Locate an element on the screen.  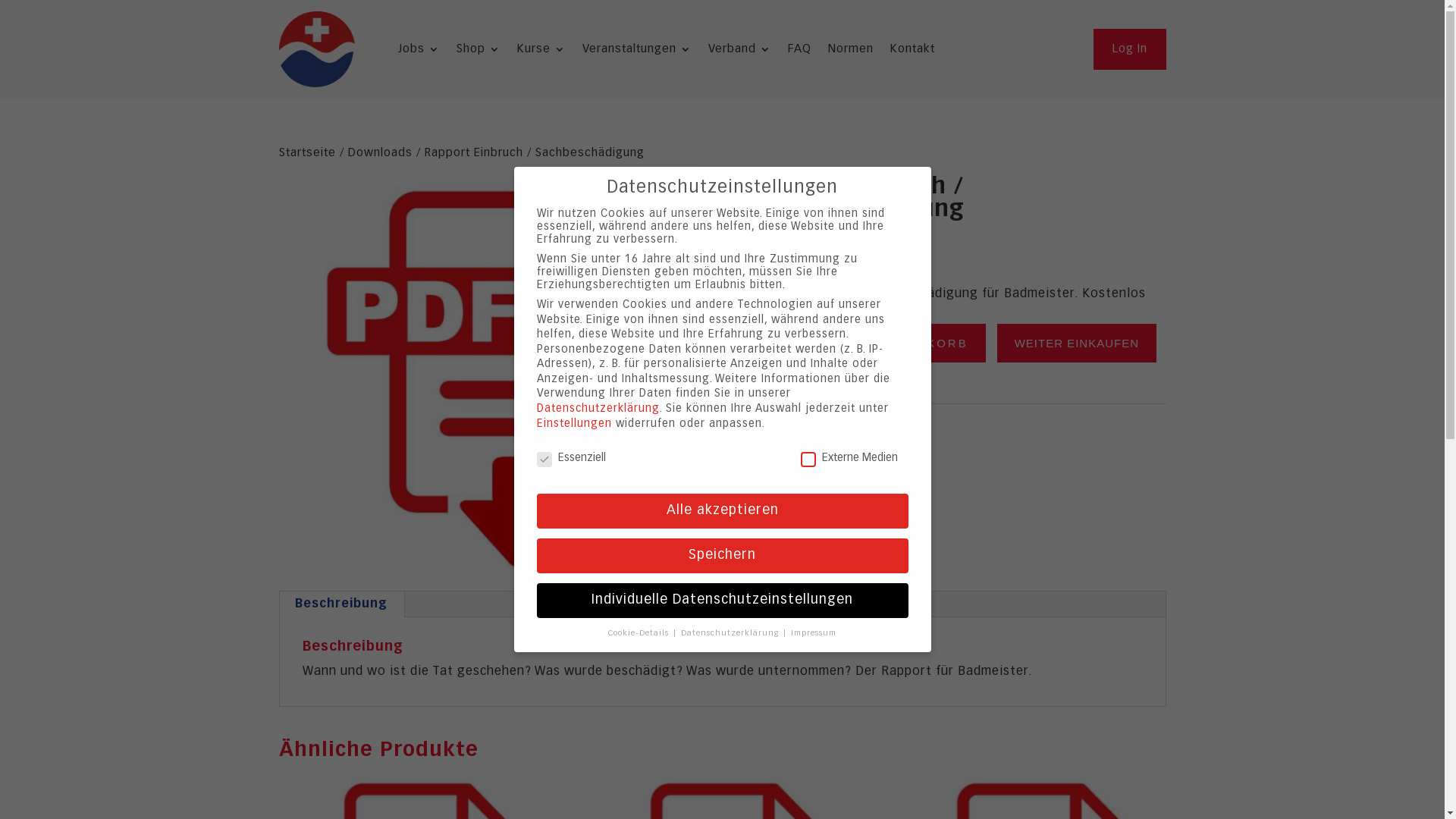
'Impressum' is located at coordinates (813, 632).